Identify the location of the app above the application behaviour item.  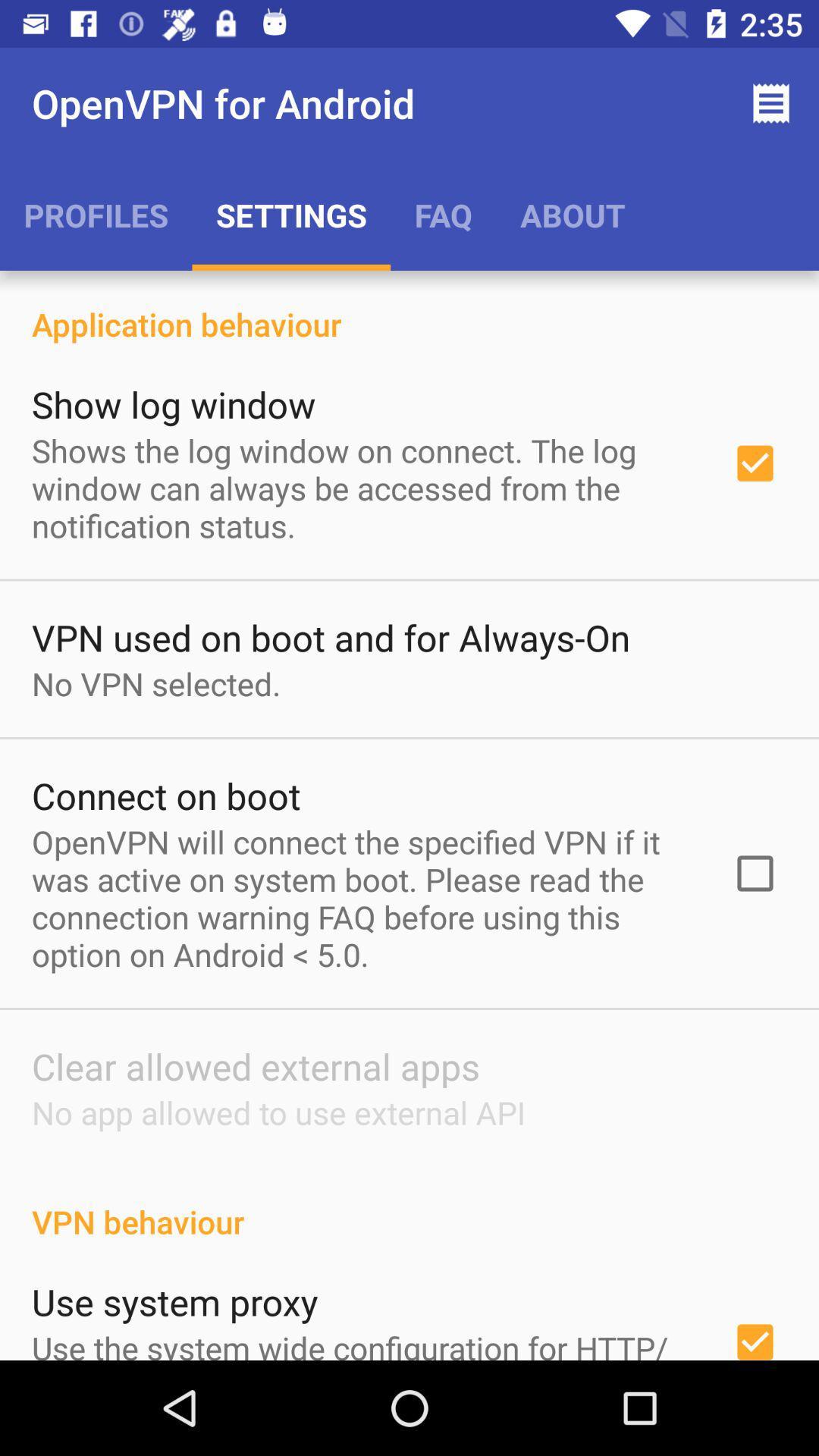
(96, 214).